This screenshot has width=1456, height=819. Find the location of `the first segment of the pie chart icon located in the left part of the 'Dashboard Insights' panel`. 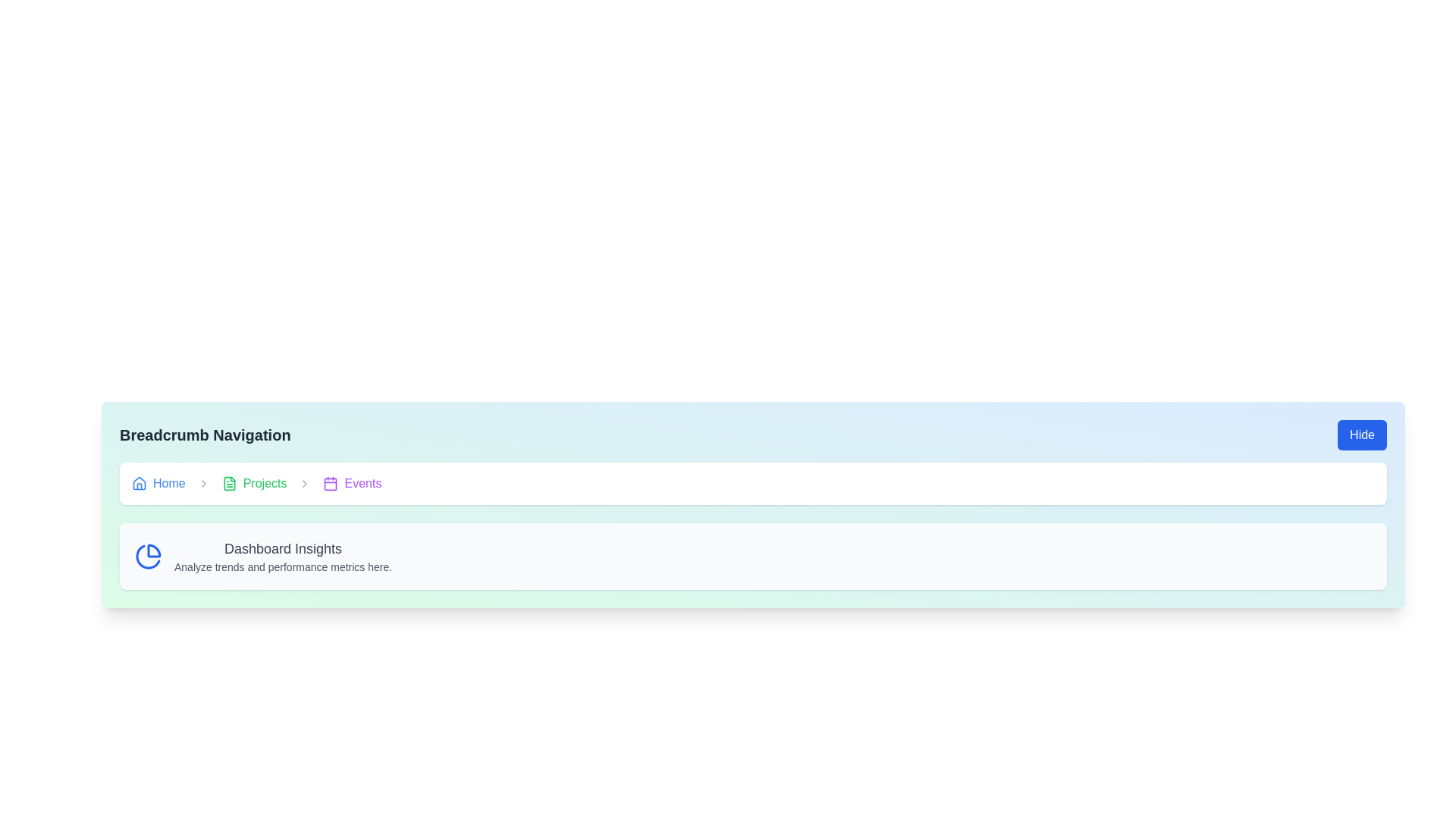

the first segment of the pie chart icon located in the left part of the 'Dashboard Insights' panel is located at coordinates (154, 551).